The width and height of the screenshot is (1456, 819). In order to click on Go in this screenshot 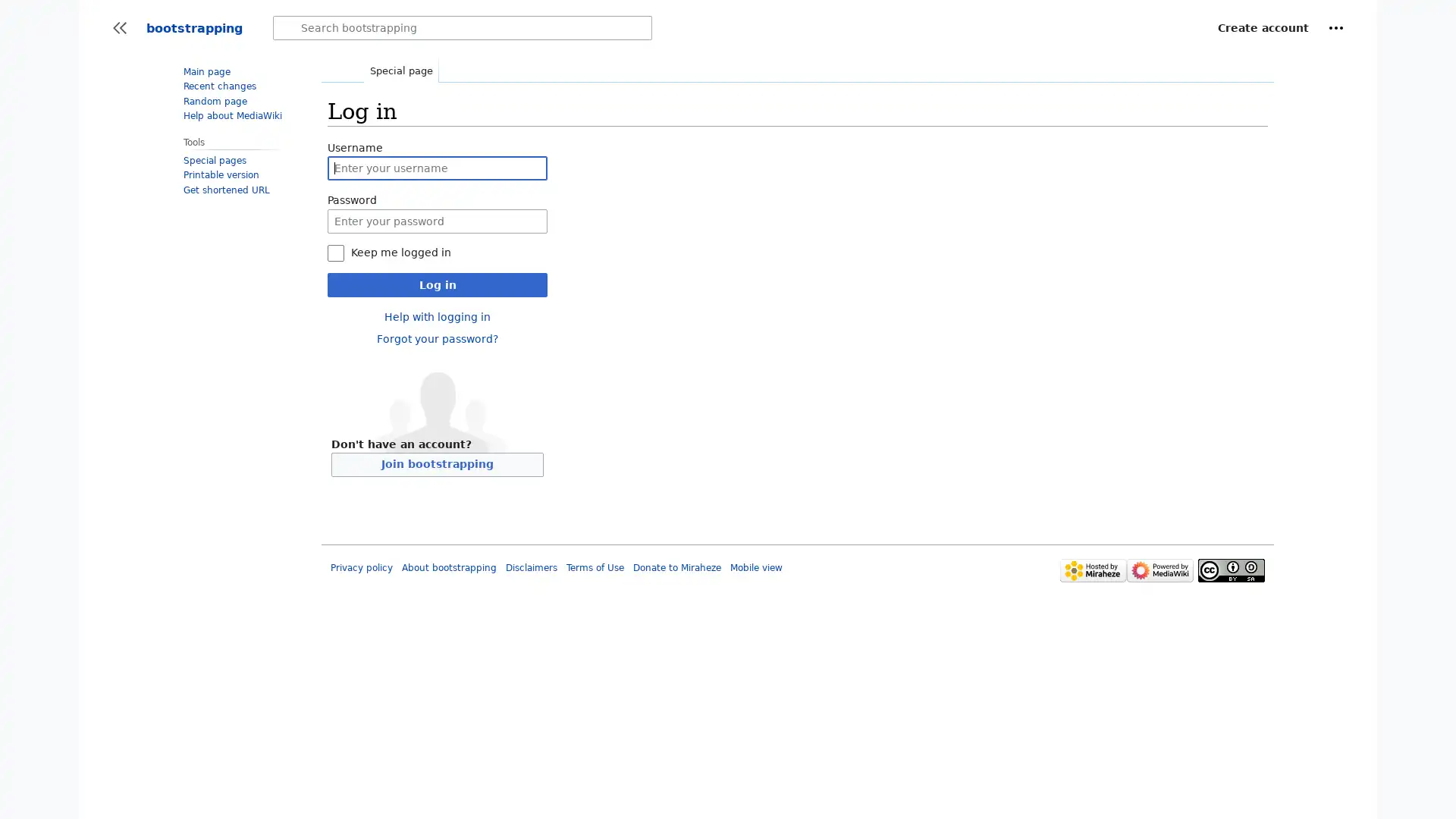, I will do `click(287, 28)`.